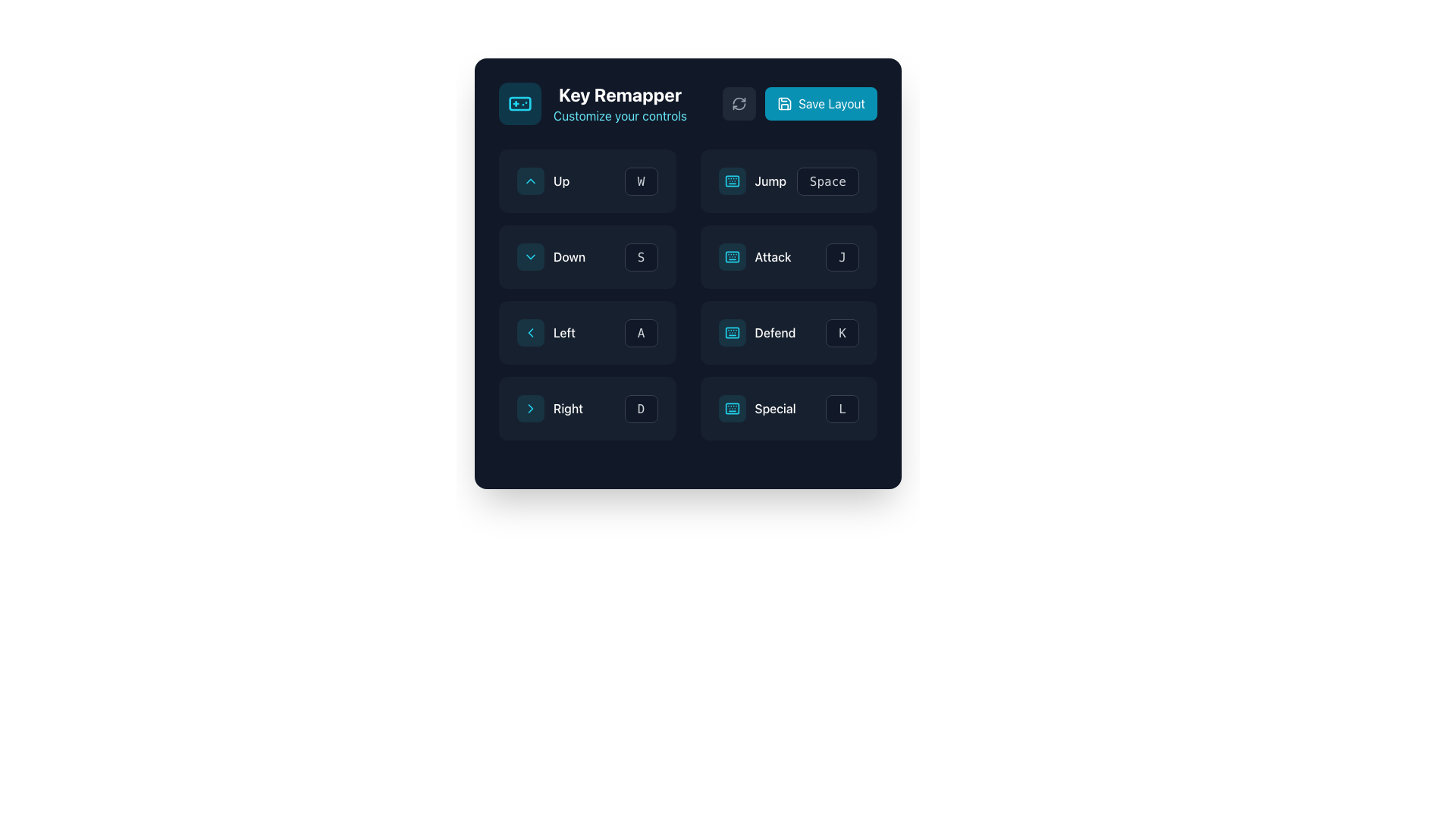 The height and width of the screenshot is (819, 1456). What do you see at coordinates (531, 408) in the screenshot?
I see `the minimal rightward-pointing chevron icon with a thin outline in the 'Right' key configuration section located in the bottom-left quadrant` at bounding box center [531, 408].